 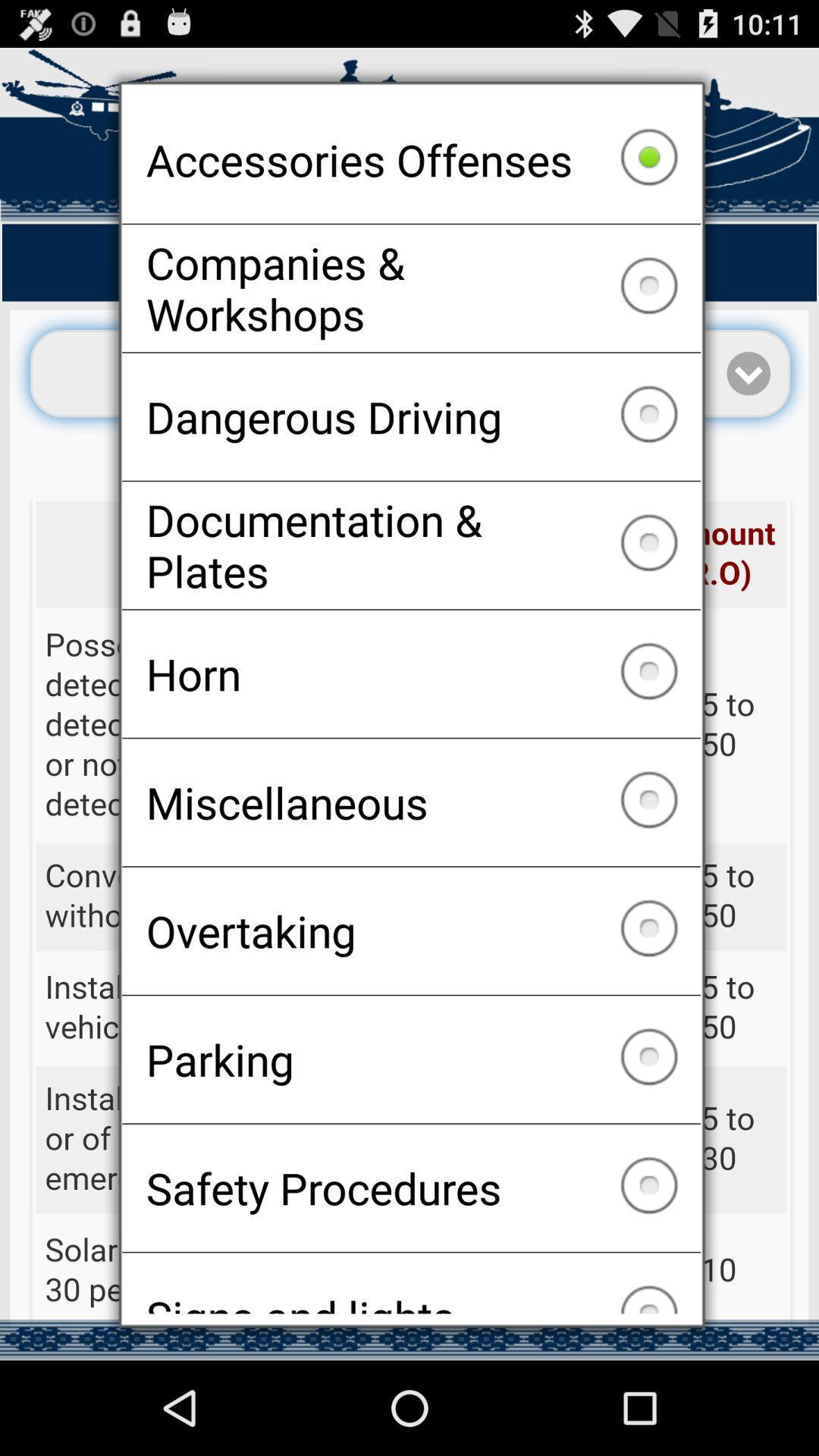 What do you see at coordinates (411, 416) in the screenshot?
I see `dangerous driving checkbox` at bounding box center [411, 416].